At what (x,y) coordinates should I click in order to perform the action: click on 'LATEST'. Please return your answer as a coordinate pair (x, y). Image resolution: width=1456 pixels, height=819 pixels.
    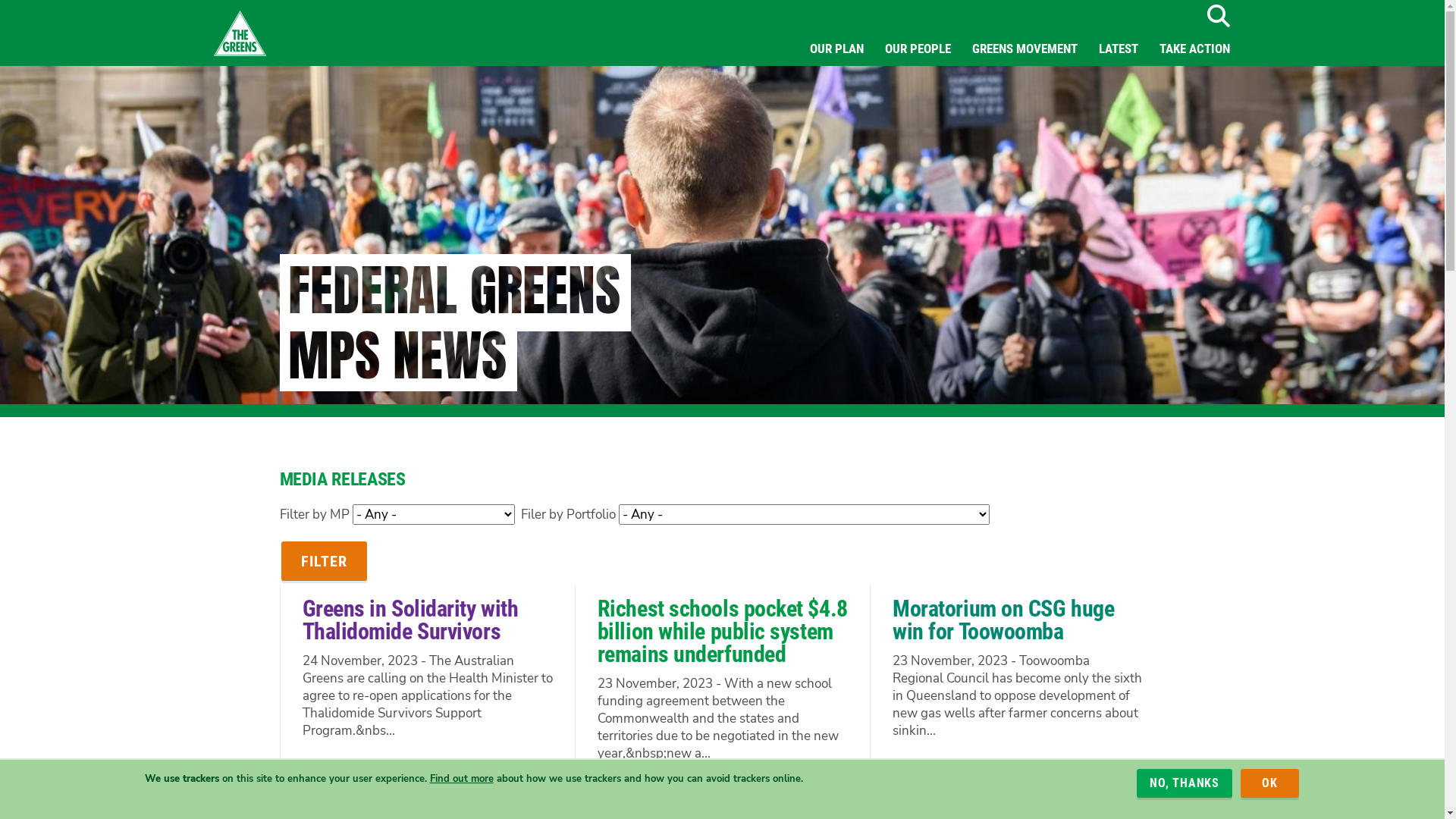
    Looking at the image, I should click on (1087, 48).